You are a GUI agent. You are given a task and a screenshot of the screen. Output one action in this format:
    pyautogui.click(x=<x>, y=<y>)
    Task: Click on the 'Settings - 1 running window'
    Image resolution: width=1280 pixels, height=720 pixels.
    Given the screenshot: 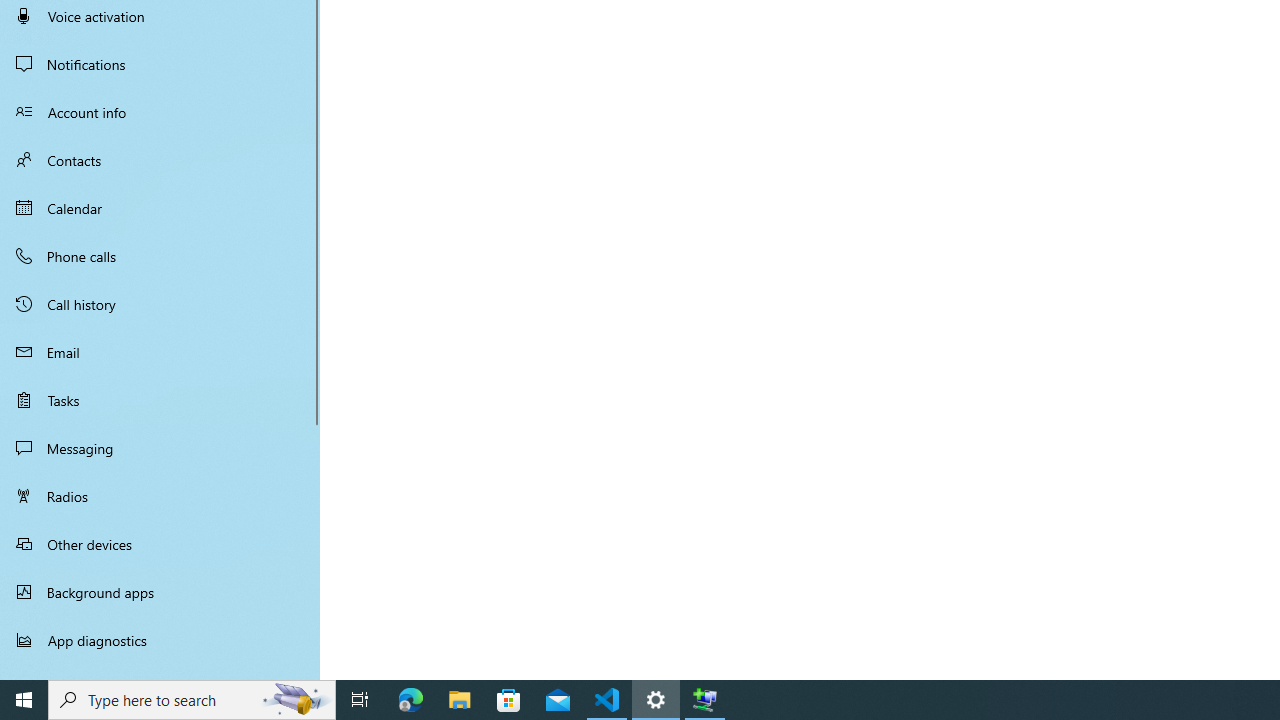 What is the action you would take?
    pyautogui.click(x=656, y=698)
    